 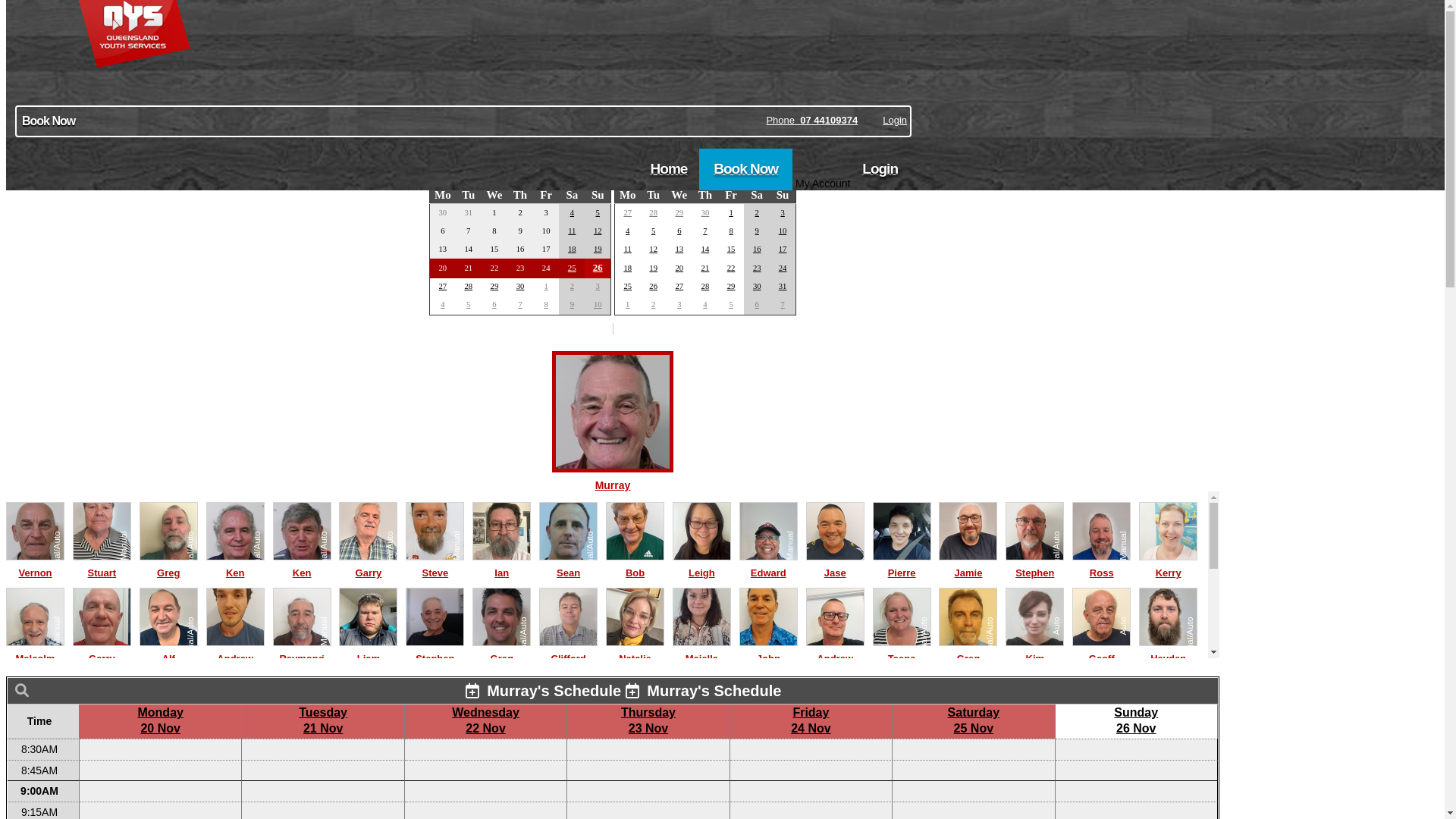 I want to click on '11', so click(x=570, y=231).